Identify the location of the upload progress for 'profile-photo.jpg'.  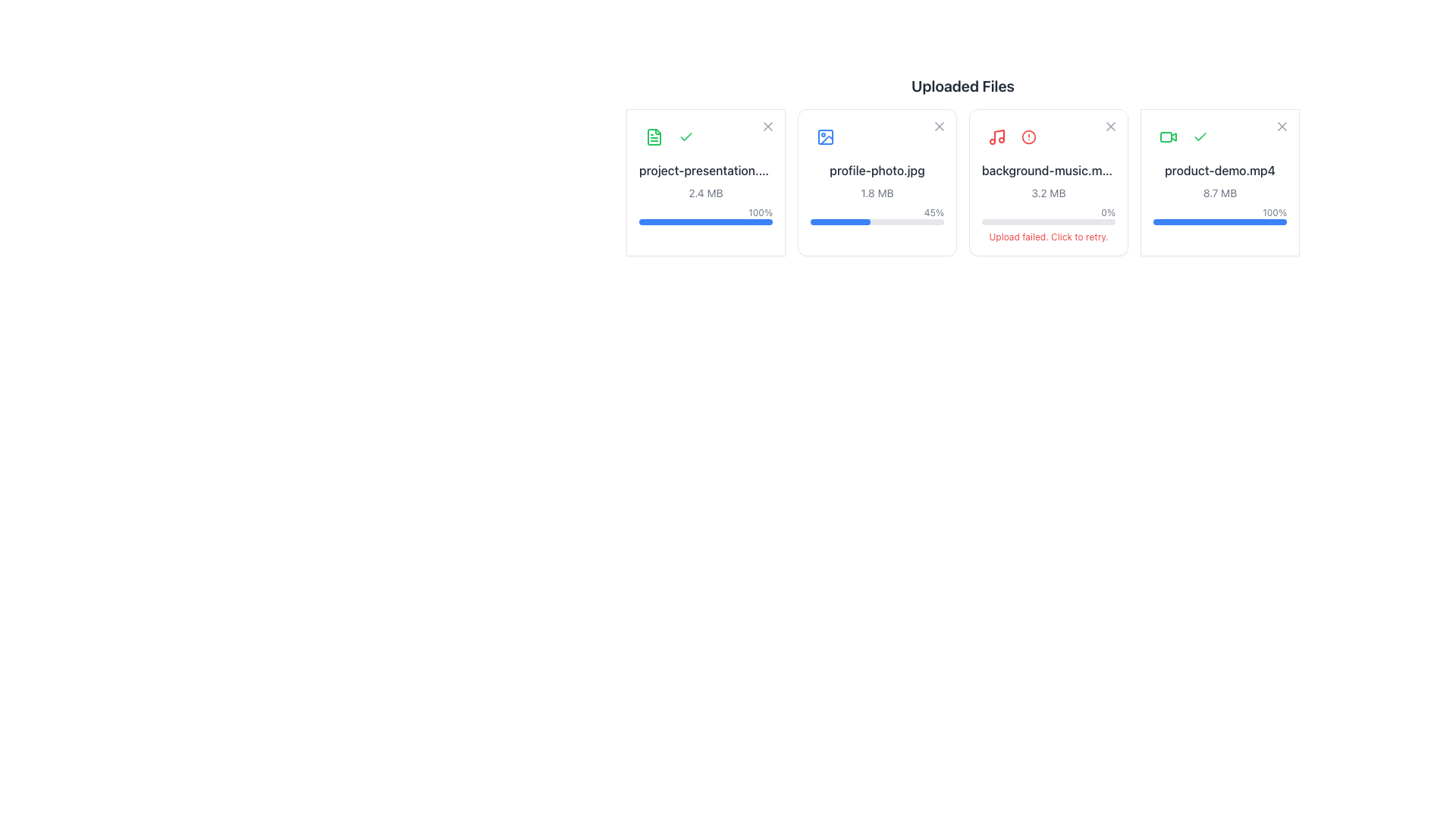
(915, 222).